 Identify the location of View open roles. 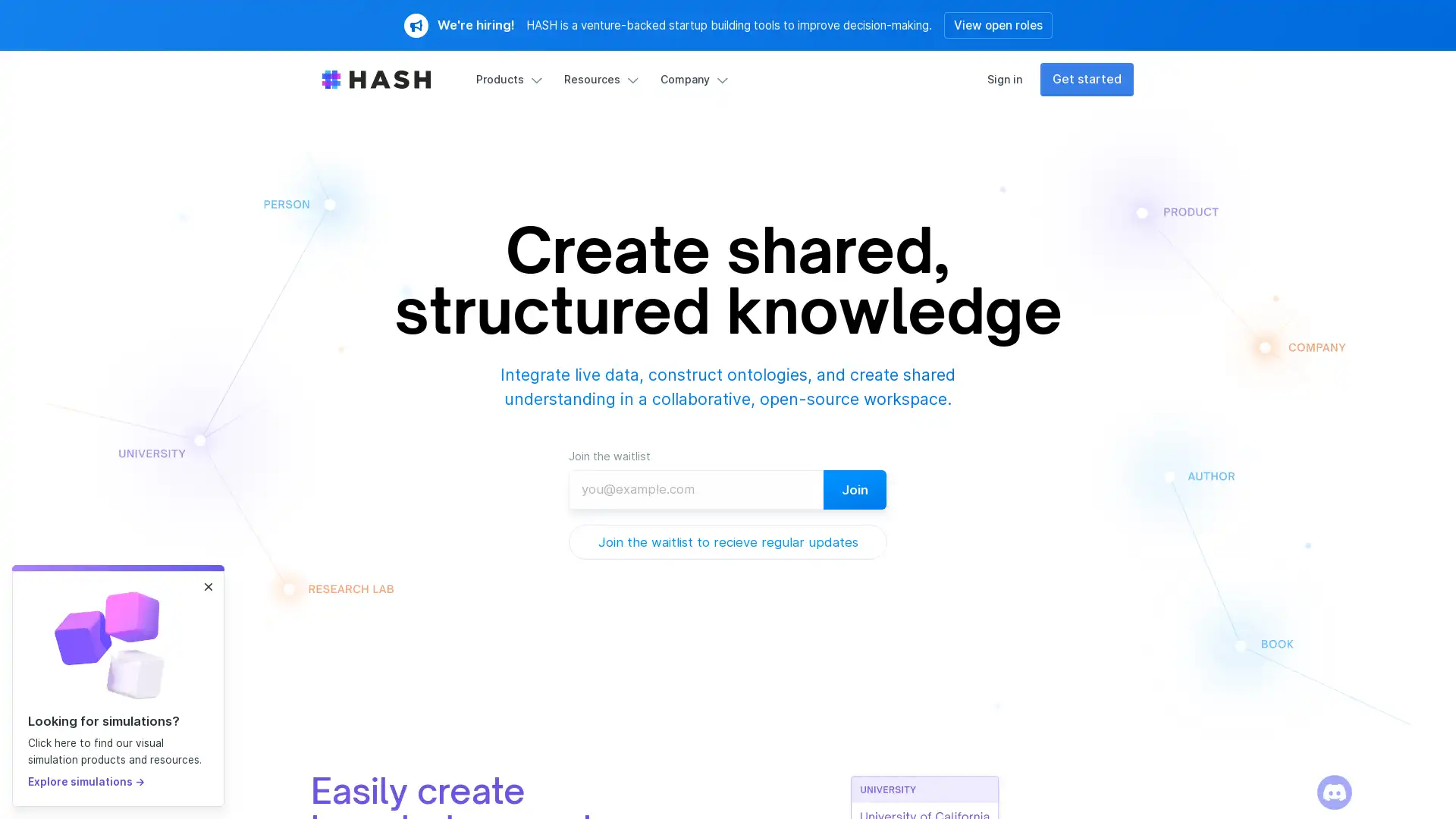
(997, 25).